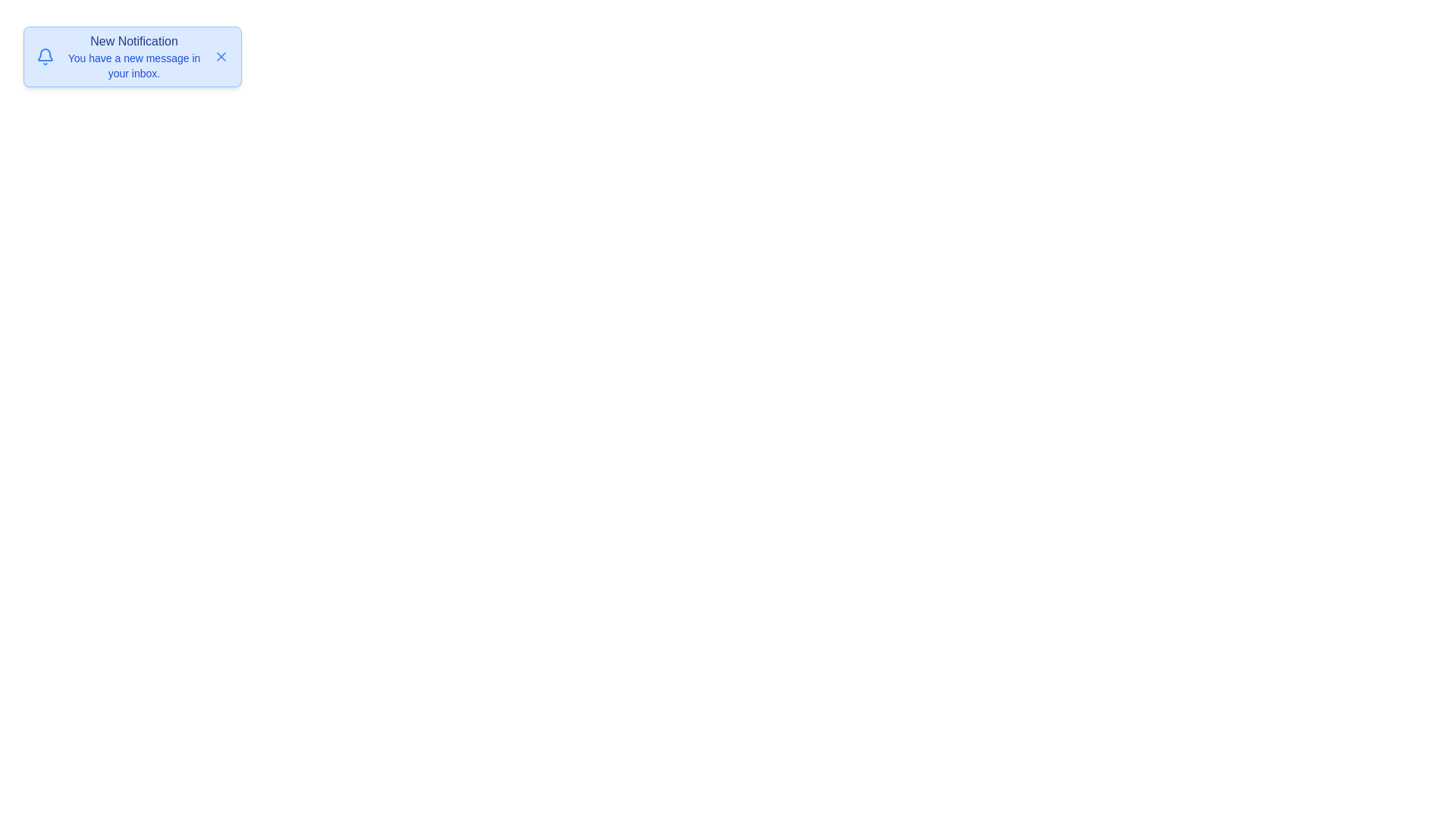  What do you see at coordinates (134, 55) in the screenshot?
I see `text content of the notification box displaying 'New Notification' and 'You have a new message in your inbox'` at bounding box center [134, 55].